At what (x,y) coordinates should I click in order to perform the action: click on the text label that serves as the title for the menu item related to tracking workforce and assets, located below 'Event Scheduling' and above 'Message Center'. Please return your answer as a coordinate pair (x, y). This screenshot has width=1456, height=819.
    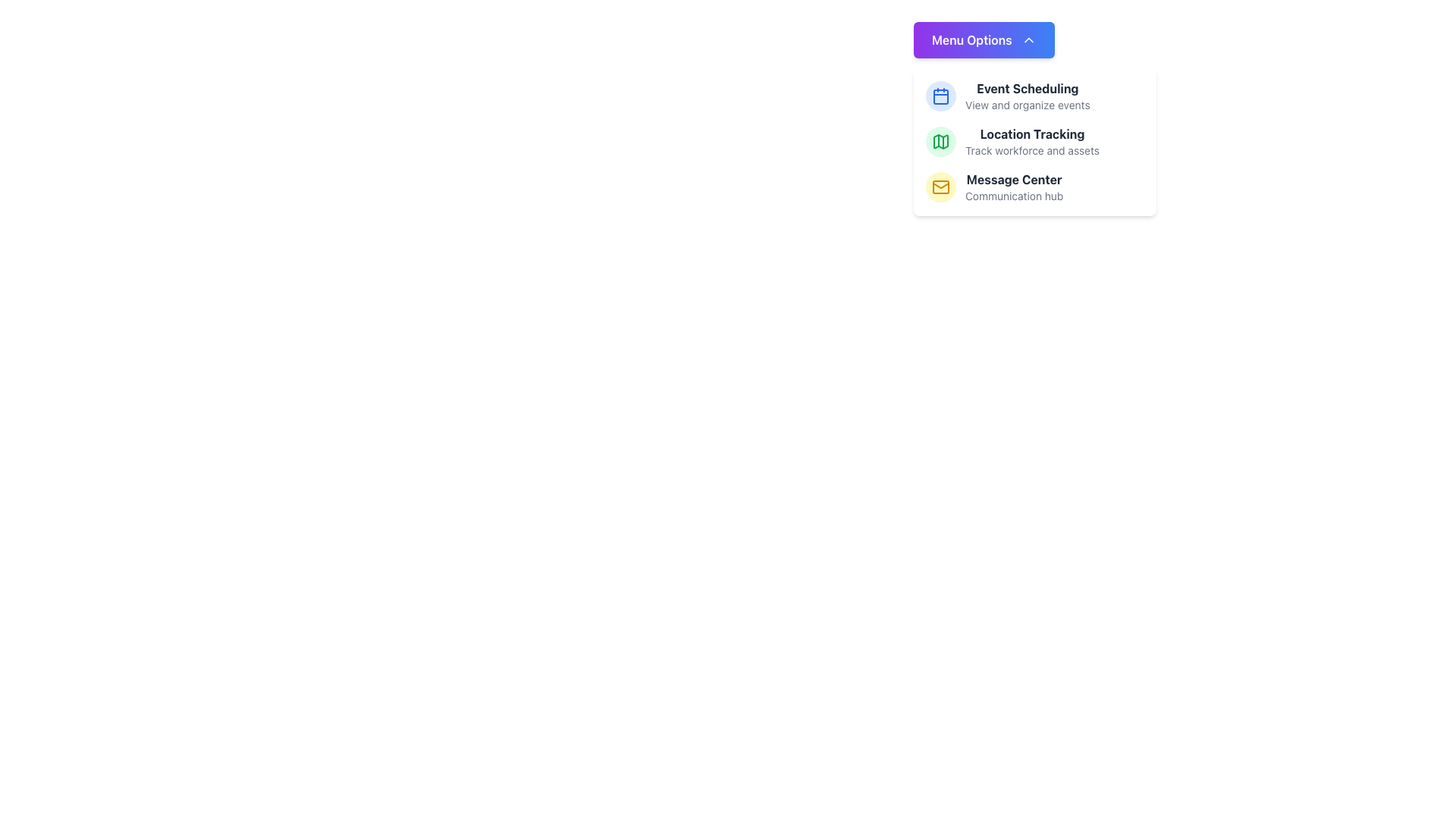
    Looking at the image, I should click on (1031, 133).